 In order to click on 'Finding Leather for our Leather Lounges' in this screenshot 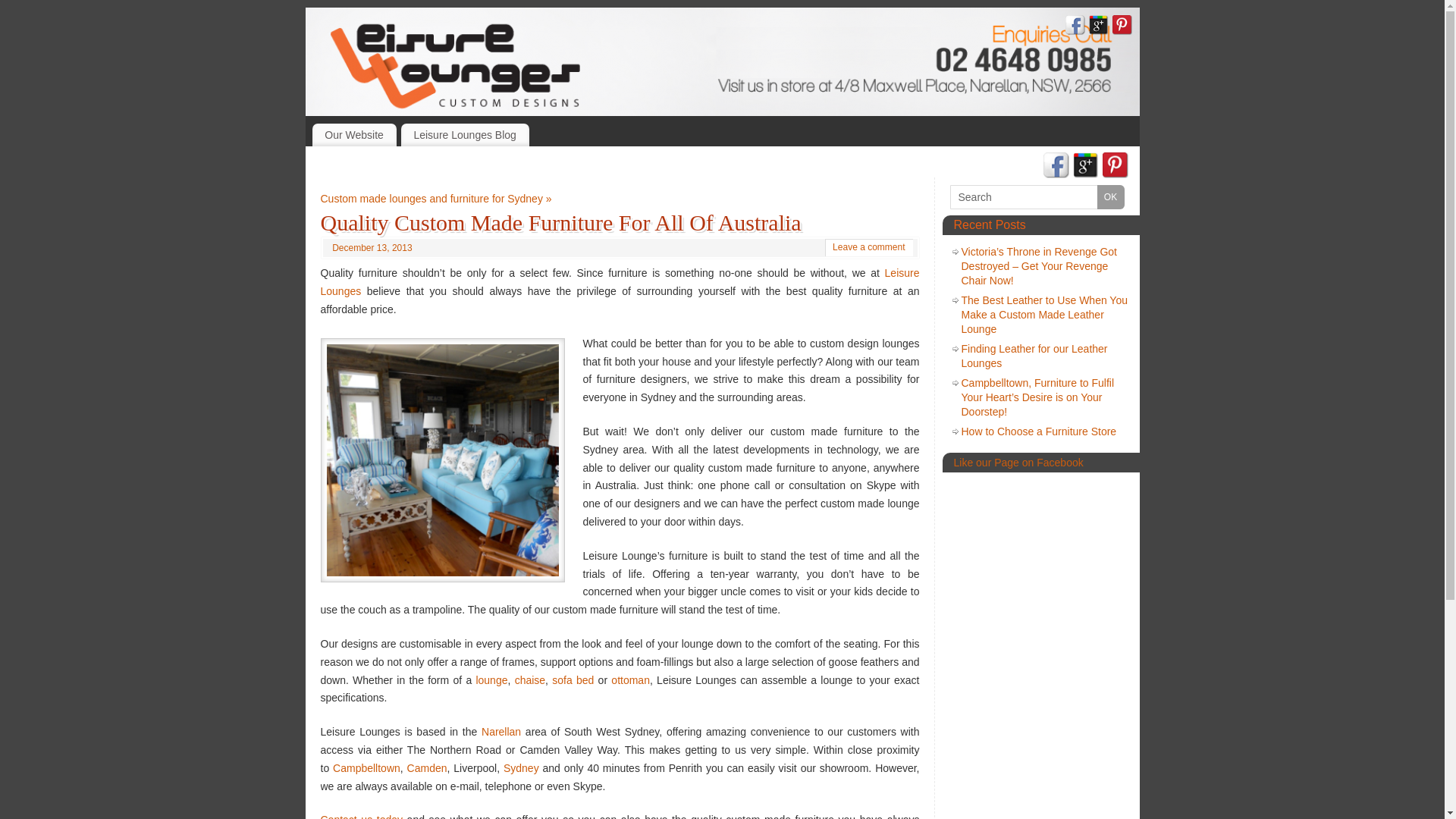, I will do `click(1034, 356)`.